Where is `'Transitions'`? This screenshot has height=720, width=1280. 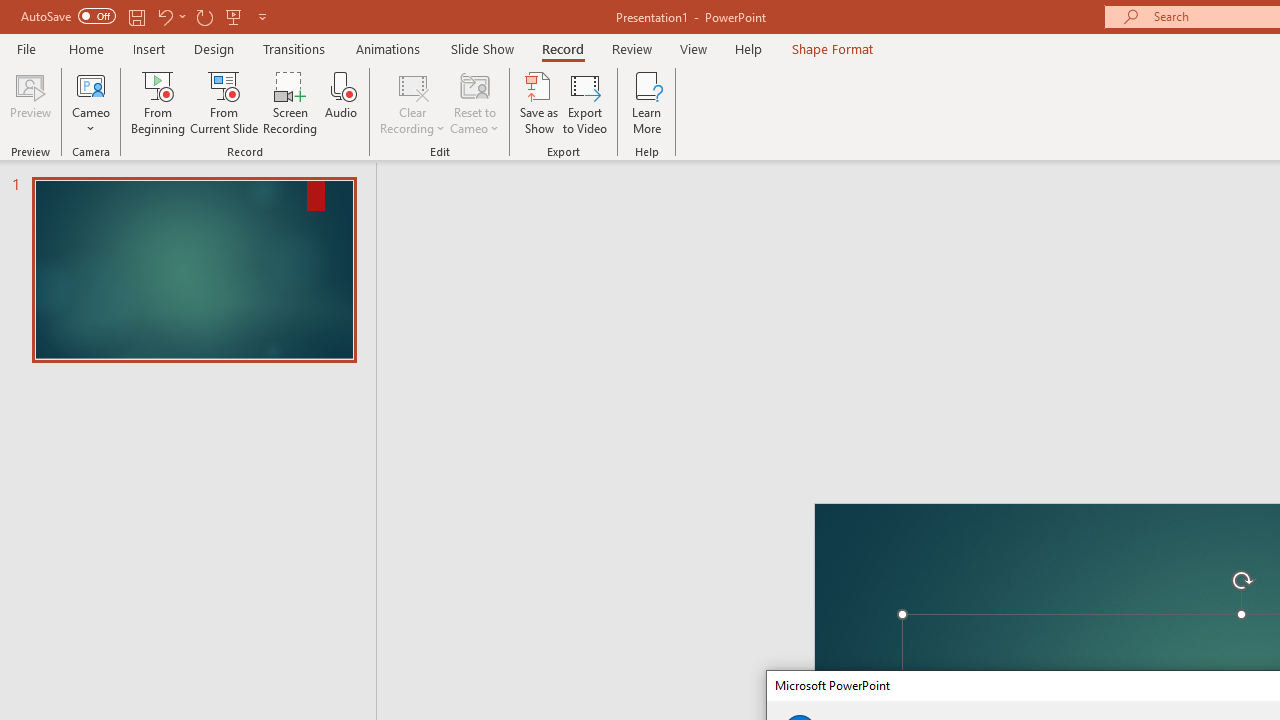
'Transitions' is located at coordinates (294, 48).